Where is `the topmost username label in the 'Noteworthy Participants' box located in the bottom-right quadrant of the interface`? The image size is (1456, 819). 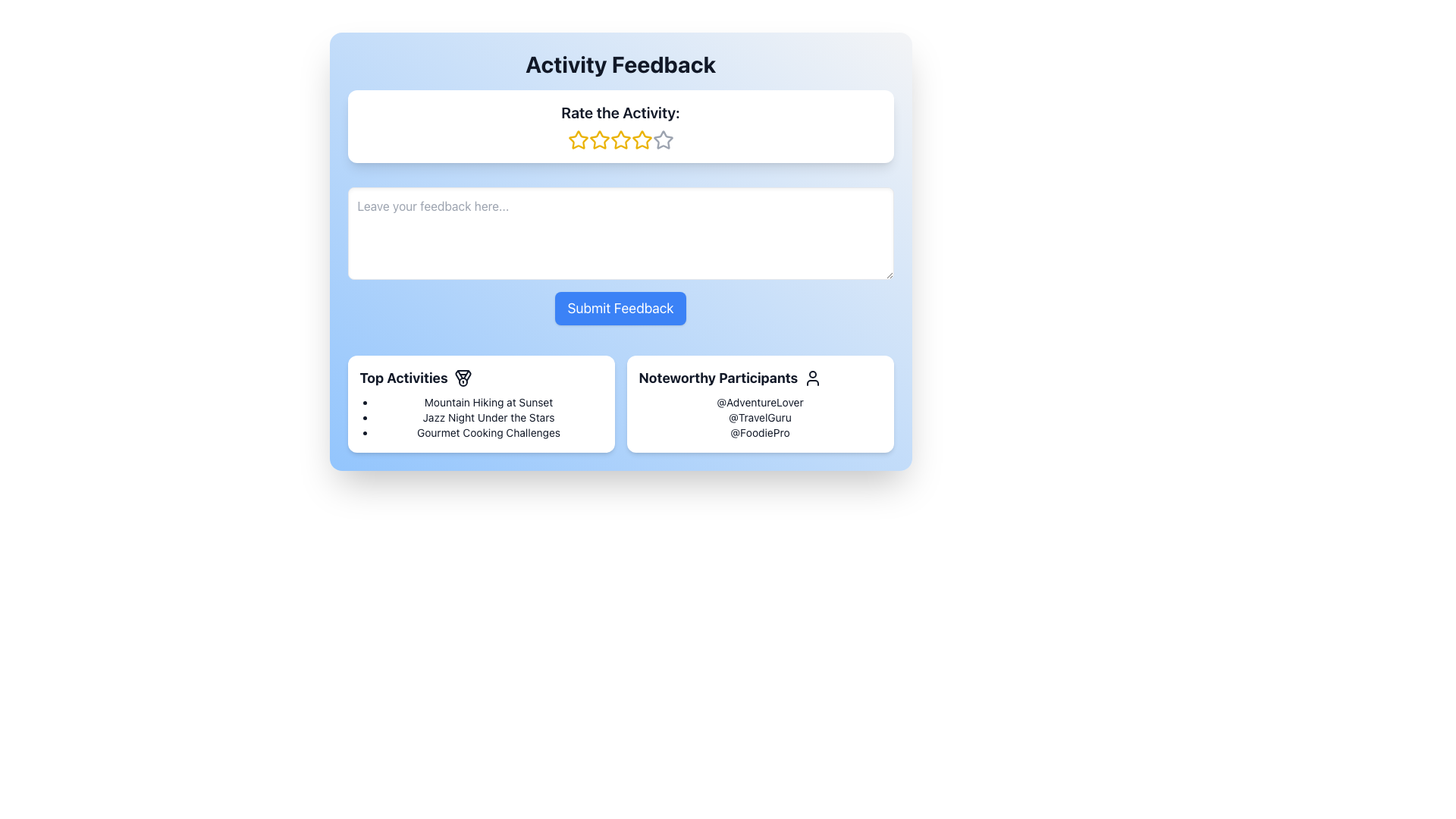 the topmost username label in the 'Noteworthy Participants' box located in the bottom-right quadrant of the interface is located at coordinates (760, 402).